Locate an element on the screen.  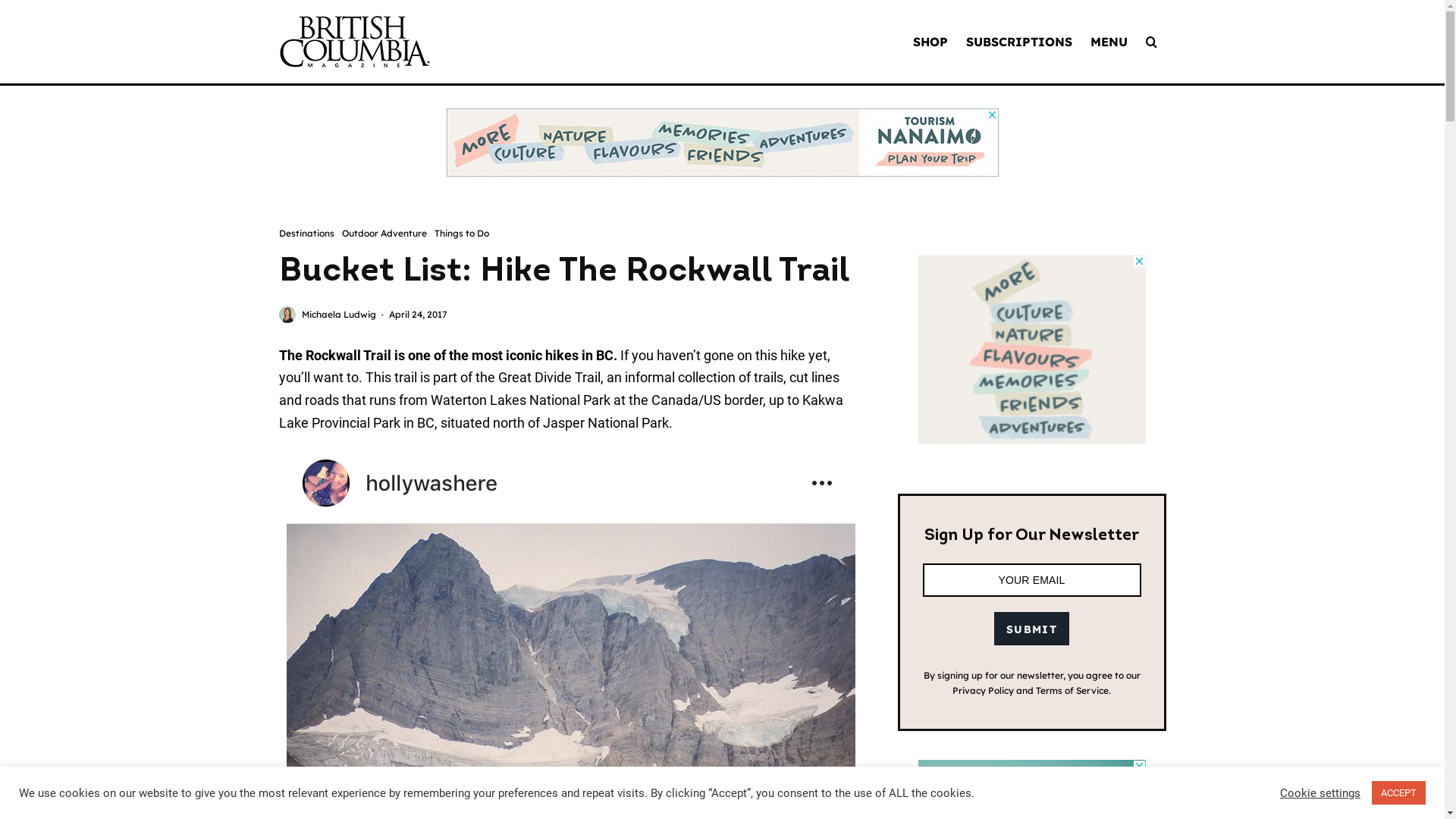
'Things to Do' is located at coordinates (460, 234).